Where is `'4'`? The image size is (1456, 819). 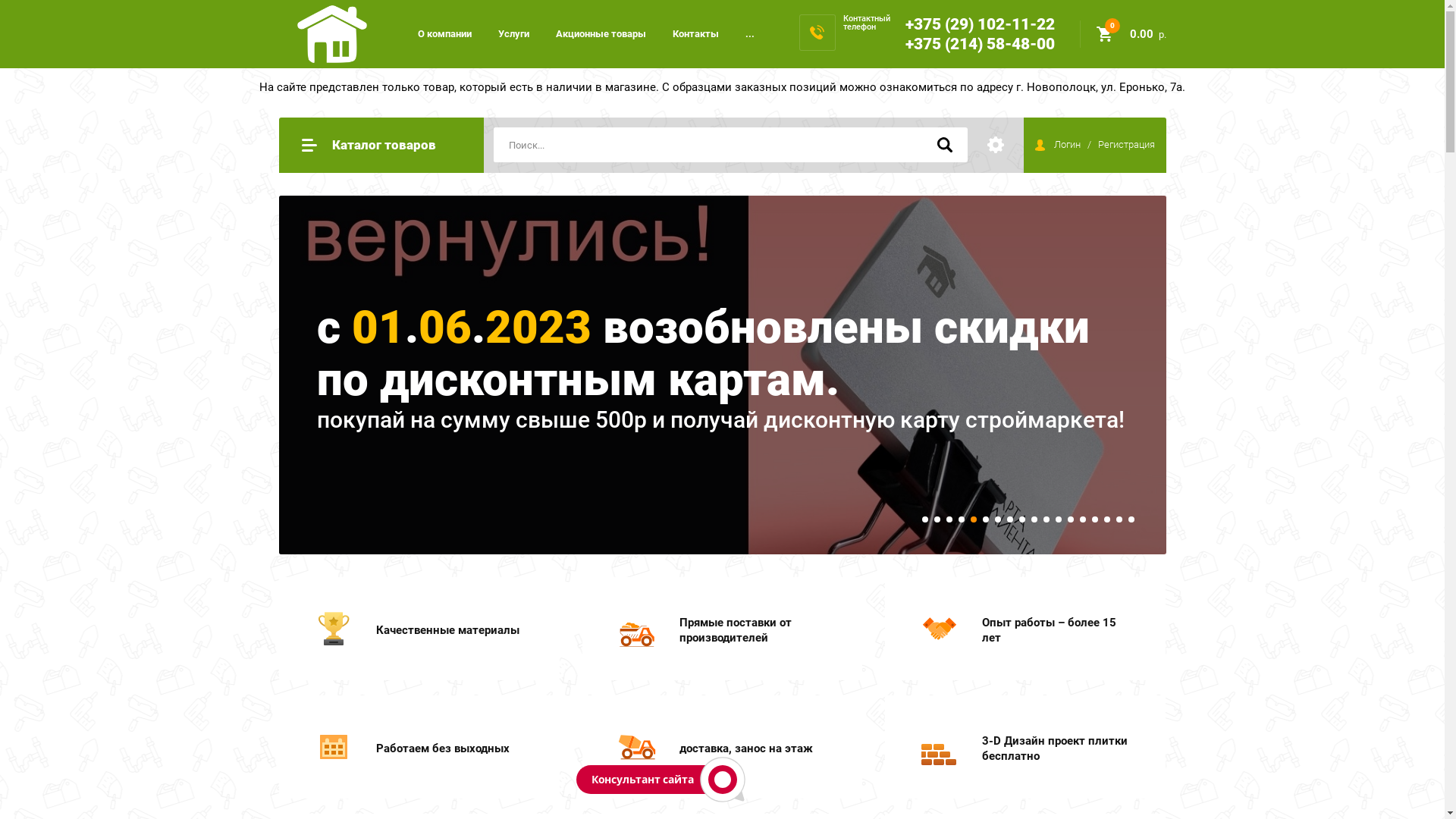 '4' is located at coordinates (960, 519).